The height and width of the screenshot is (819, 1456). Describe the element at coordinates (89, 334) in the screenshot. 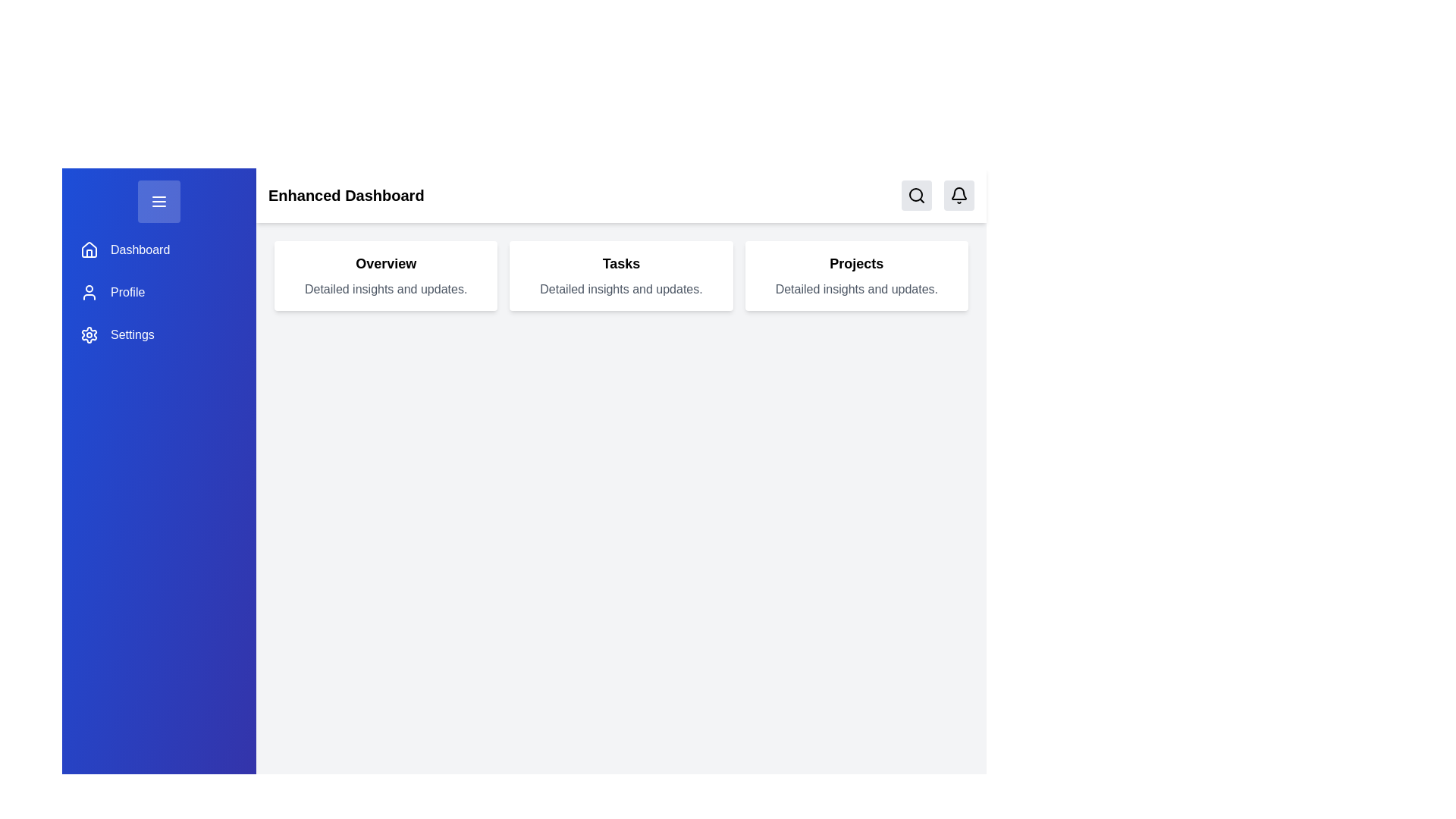

I see `the gear icon located in the sidebar menu, which is adjacent to the text labeled 'Settings'` at that location.